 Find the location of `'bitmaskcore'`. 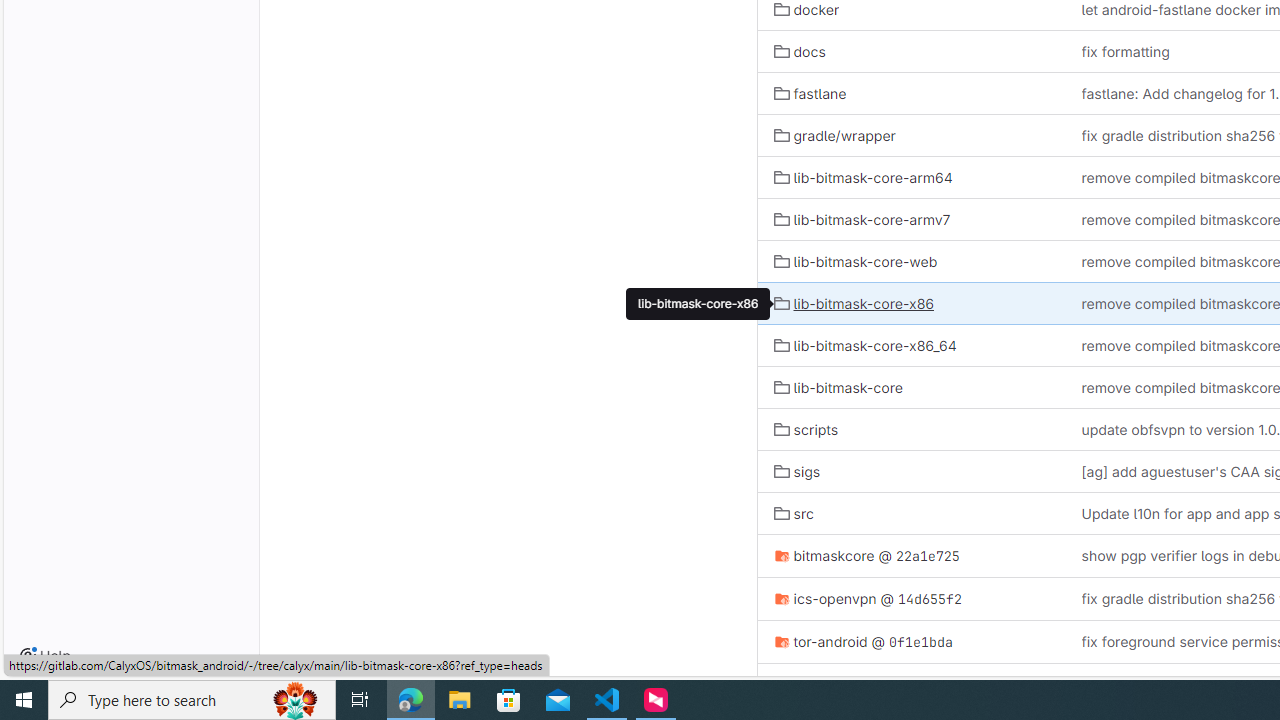

'bitmaskcore' is located at coordinates (824, 555).